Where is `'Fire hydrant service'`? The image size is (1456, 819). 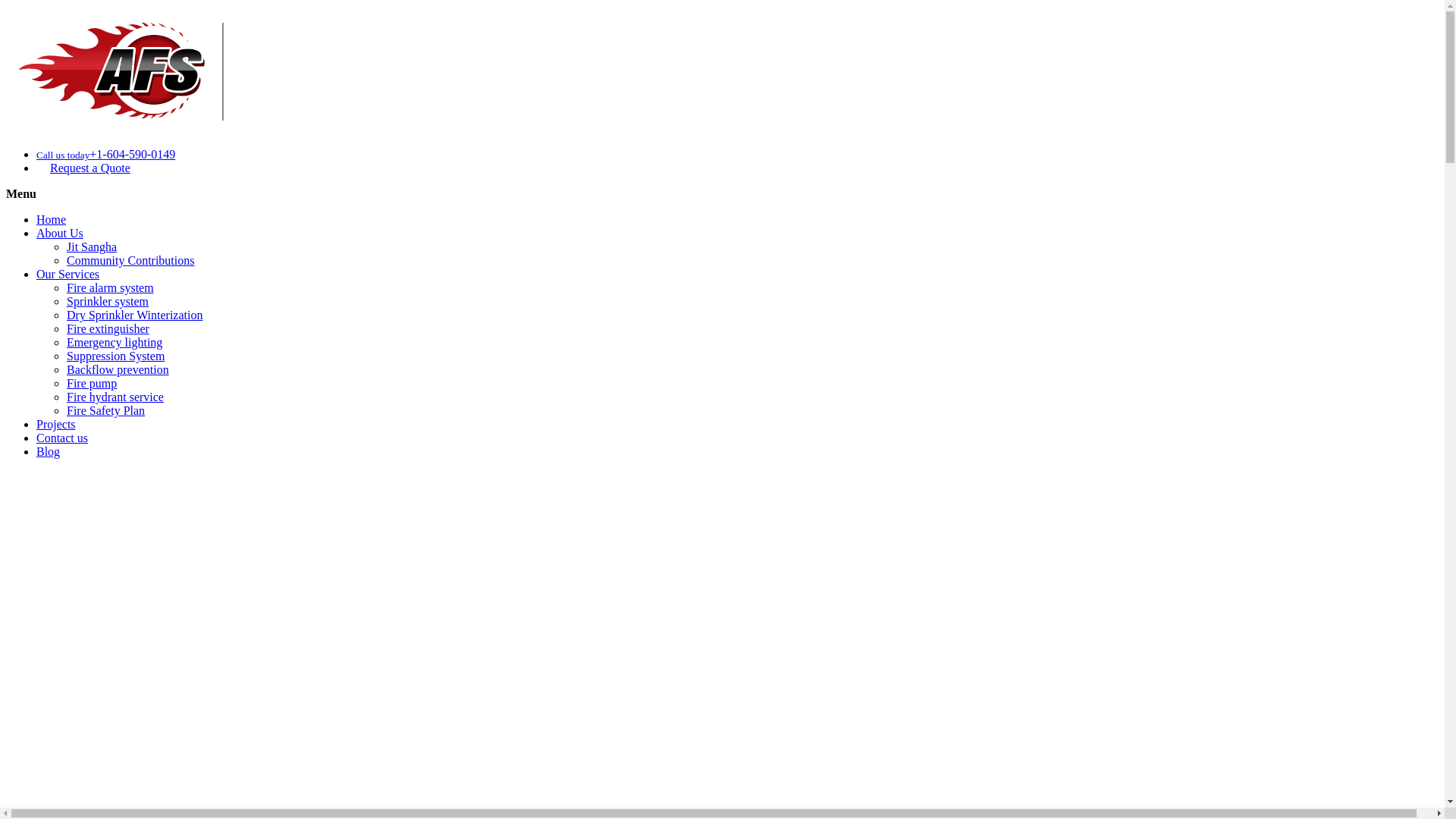 'Fire hydrant service' is located at coordinates (115, 396).